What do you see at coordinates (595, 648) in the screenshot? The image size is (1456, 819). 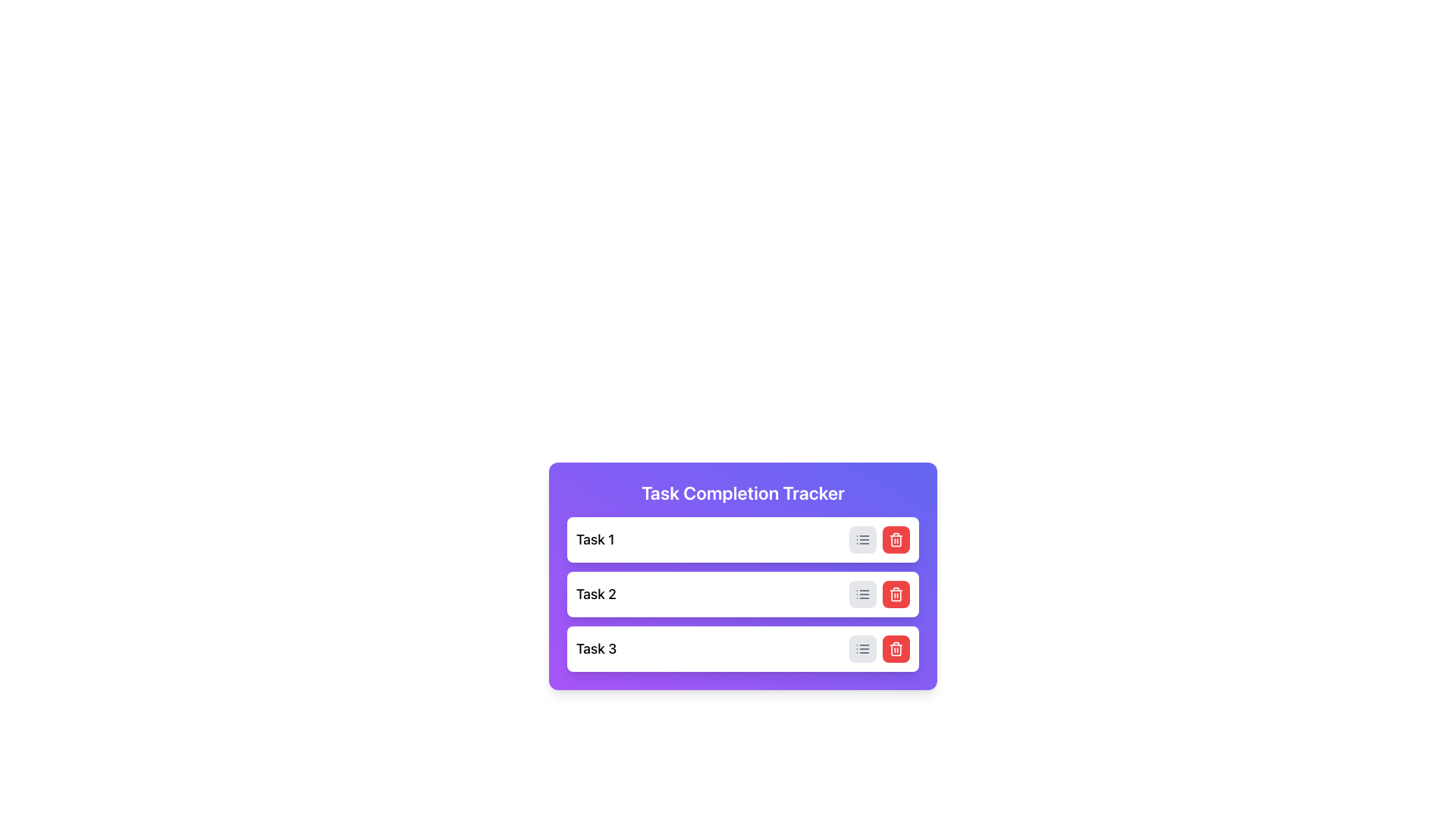 I see `the text label that identifies the third entry in a vertical list of cards, situated to the left of interactive buttons` at bounding box center [595, 648].